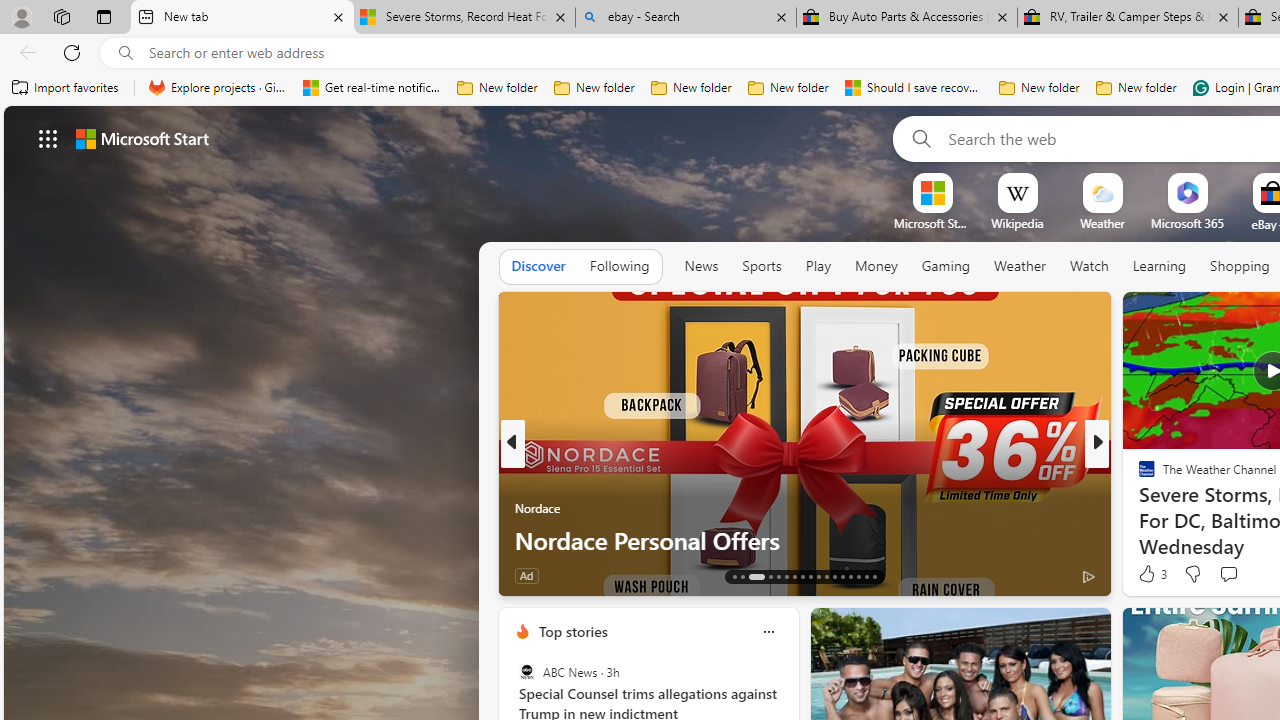 This screenshot has width=1280, height=720. Describe the element at coordinates (1152, 575) in the screenshot. I see `'102 Like'` at that location.